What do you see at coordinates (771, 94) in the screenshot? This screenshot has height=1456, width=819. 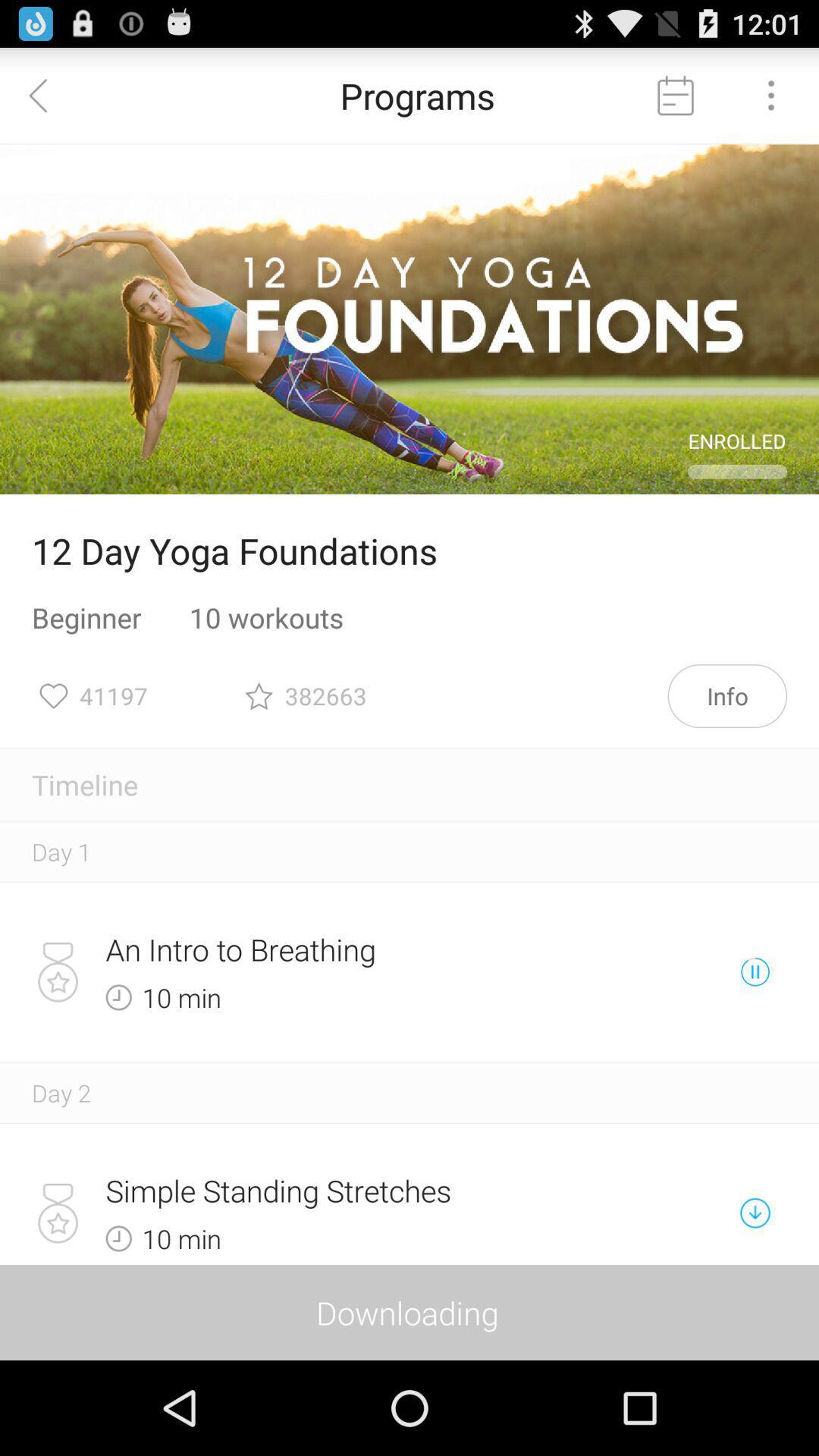 I see `opens options menu` at bounding box center [771, 94].